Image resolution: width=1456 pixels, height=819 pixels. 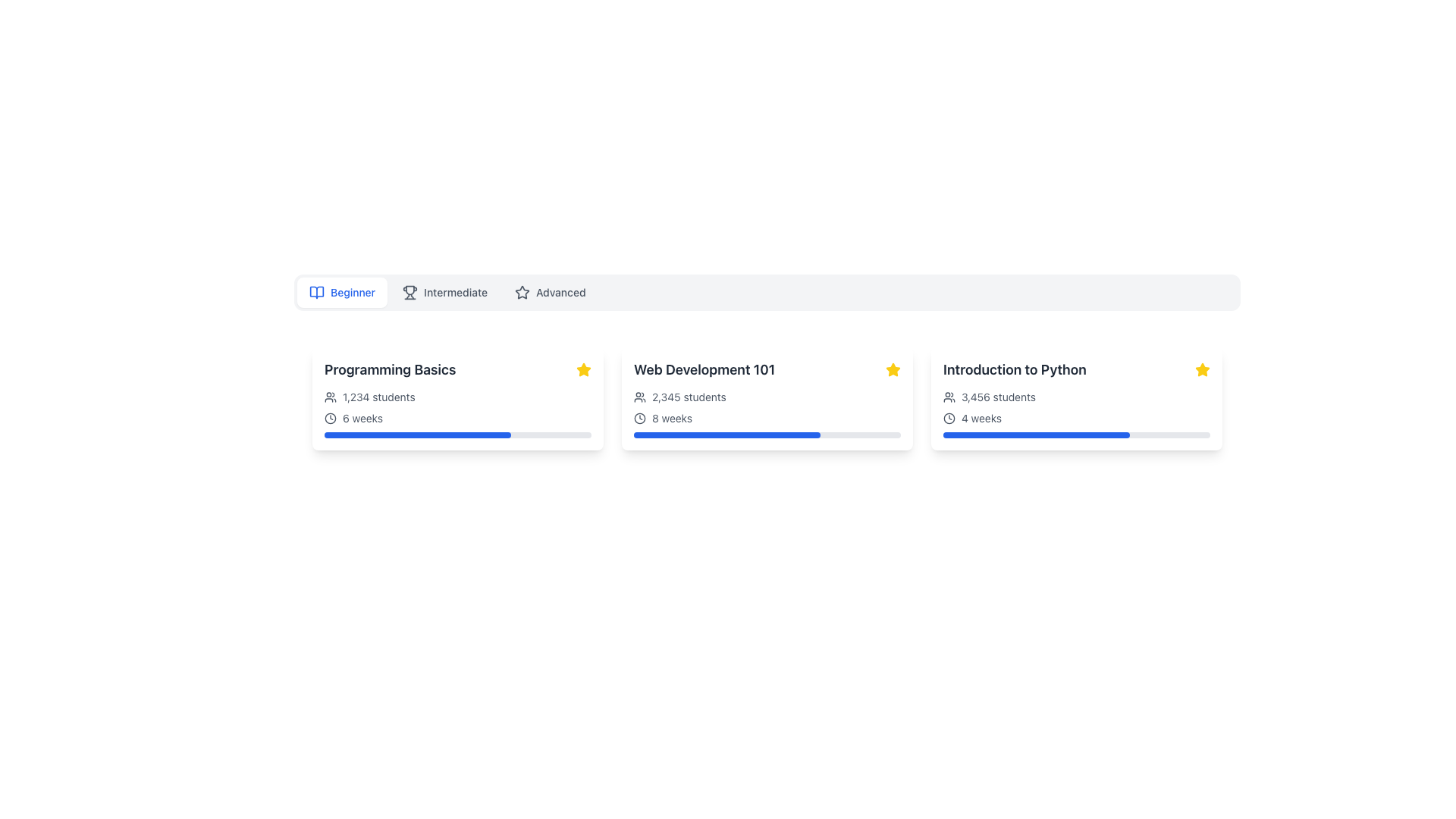 I want to click on the text label displaying 'Beginner' in blue font, so click(x=352, y=292).